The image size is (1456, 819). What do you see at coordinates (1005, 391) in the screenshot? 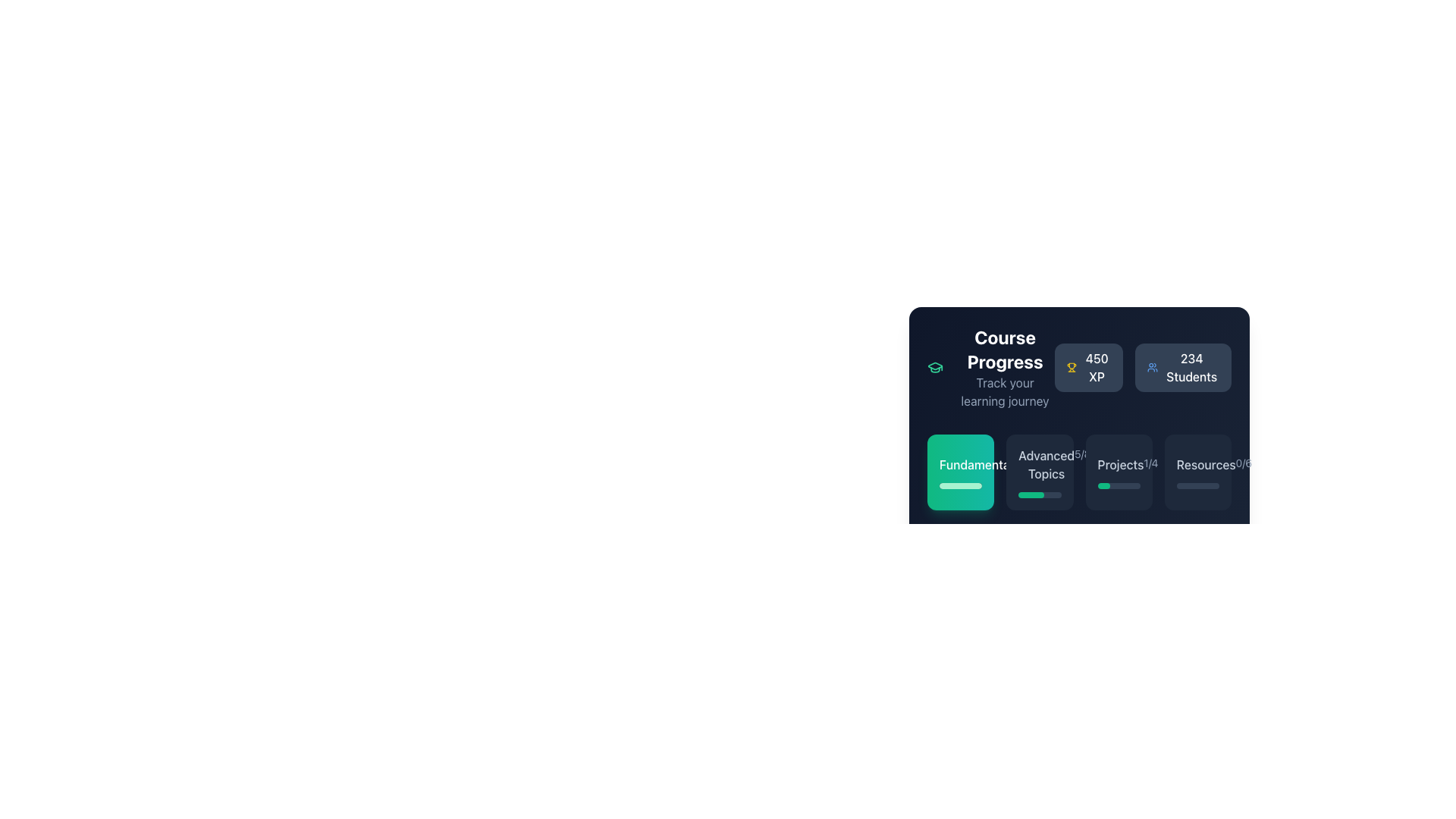
I see `the static text label that provides descriptive context to the heading 'Course Progress', which is positioned immediately below it` at bounding box center [1005, 391].